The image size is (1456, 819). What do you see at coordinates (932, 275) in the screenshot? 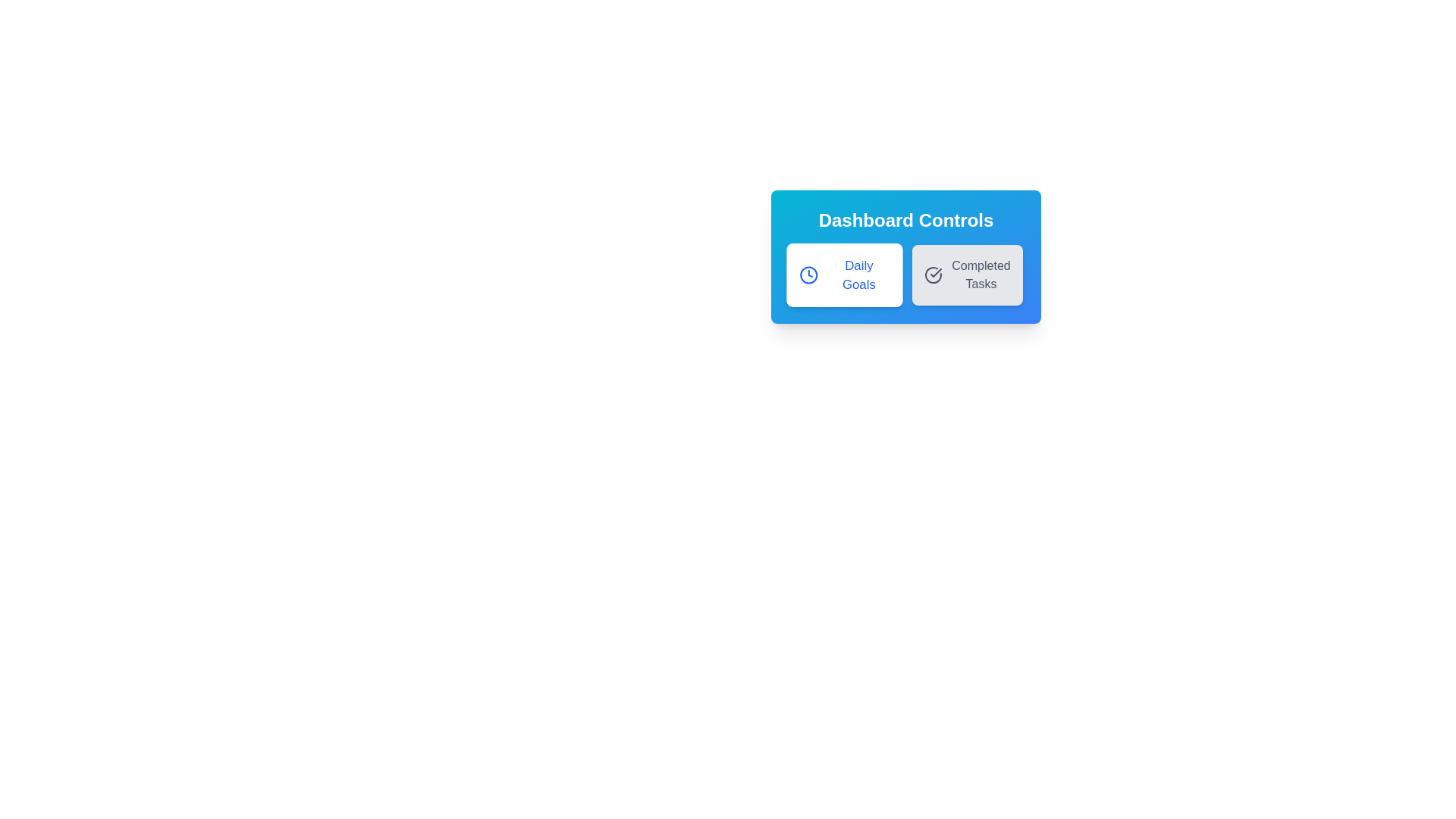
I see `the completion status icon located to the left of the 'Completed Tasks' button, which is situated to the right of the 'Daily Goals' button` at bounding box center [932, 275].